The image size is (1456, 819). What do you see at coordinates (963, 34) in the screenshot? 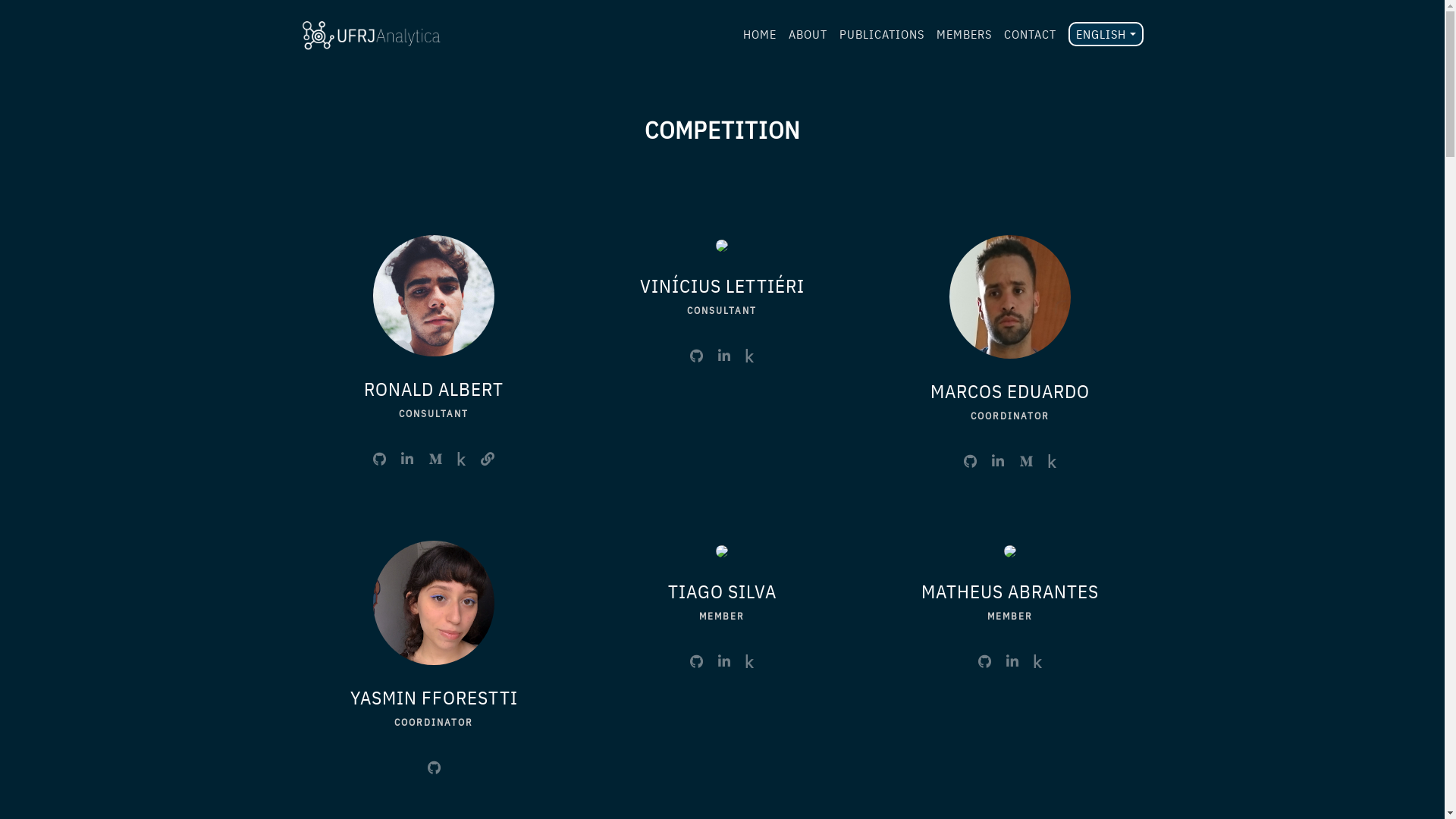
I see `'MEMBERS'` at bounding box center [963, 34].